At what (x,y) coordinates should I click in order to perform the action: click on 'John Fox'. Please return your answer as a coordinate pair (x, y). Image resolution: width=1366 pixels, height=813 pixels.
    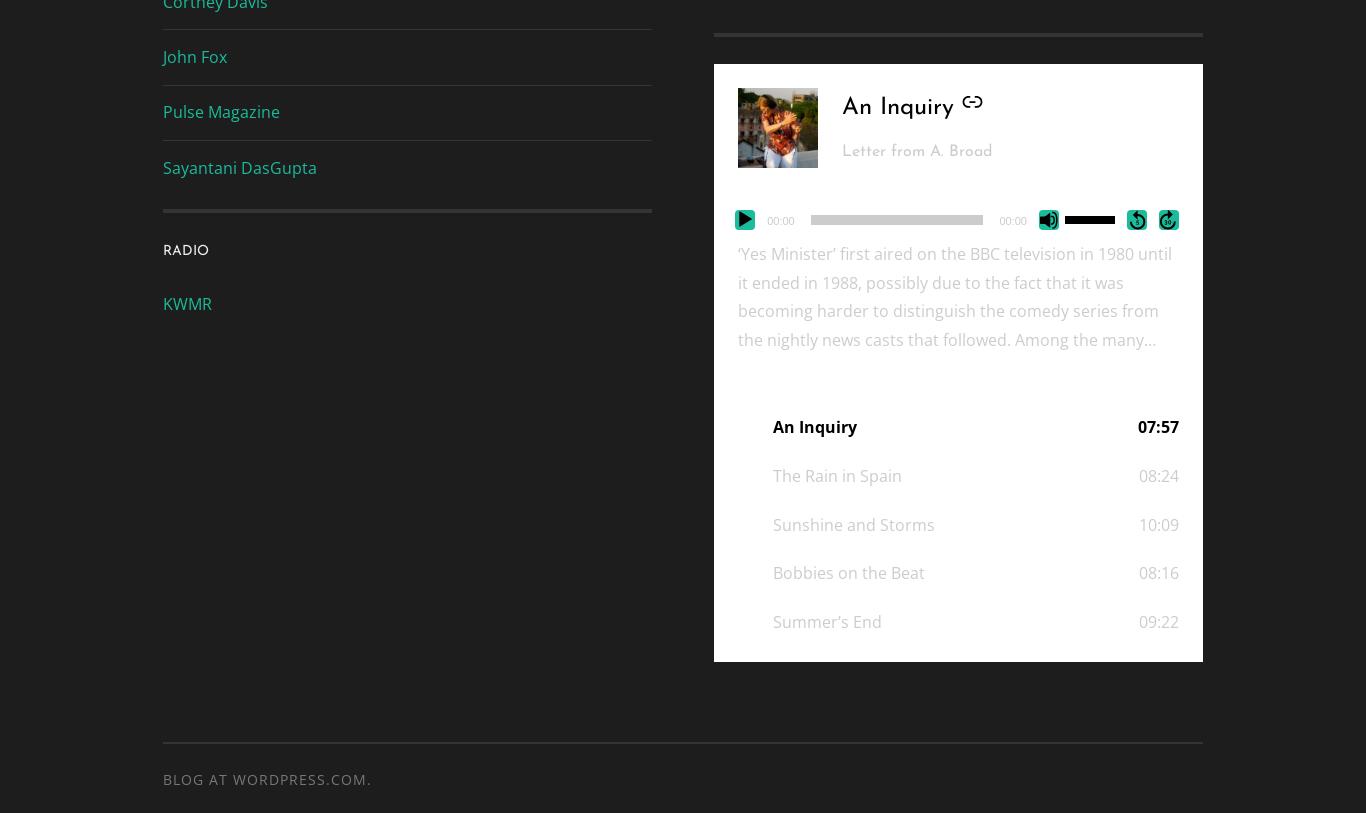
    Looking at the image, I should click on (194, 55).